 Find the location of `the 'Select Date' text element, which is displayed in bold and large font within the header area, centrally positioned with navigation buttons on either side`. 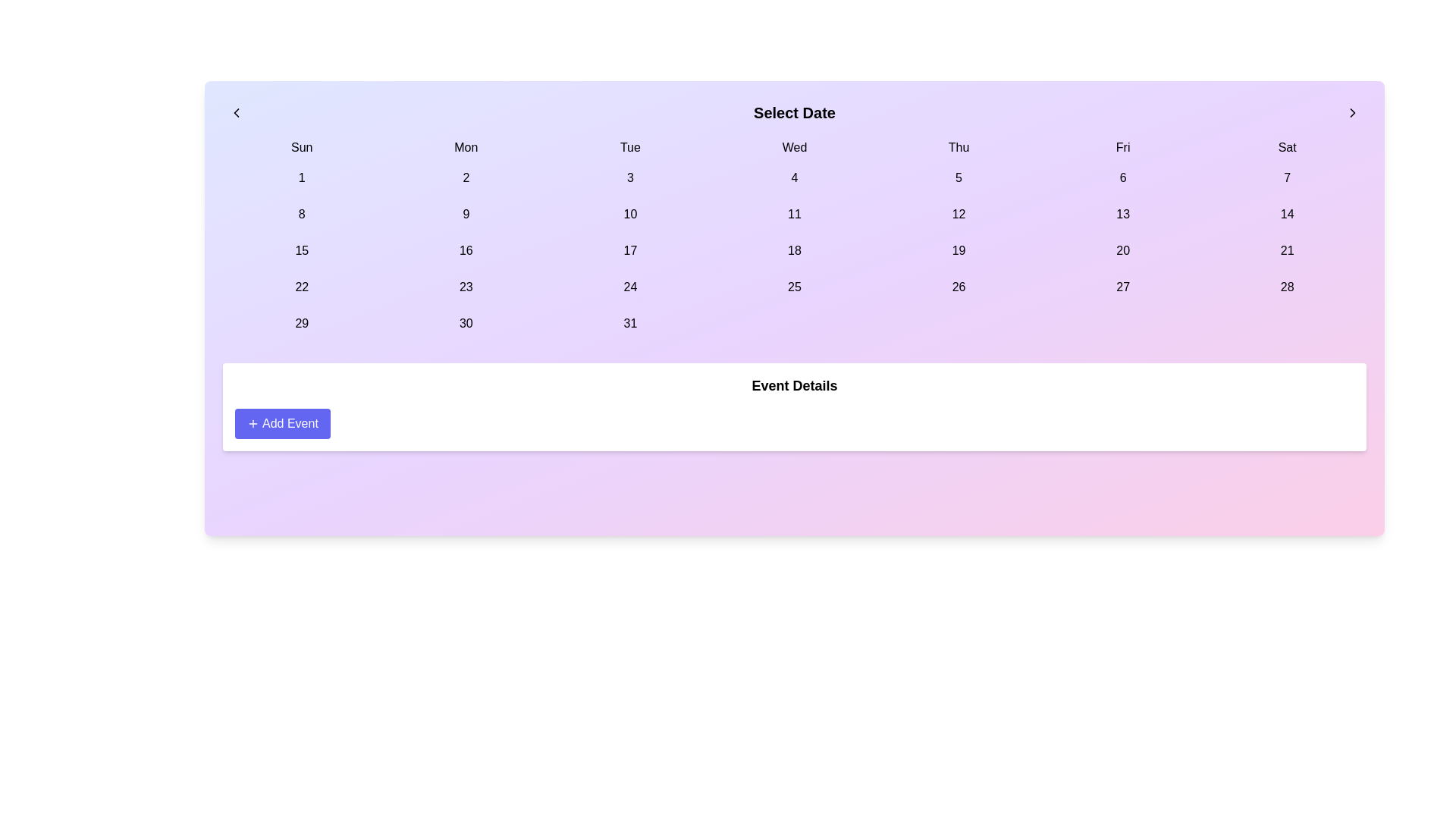

the 'Select Date' text element, which is displayed in bold and large font within the header area, centrally positioned with navigation buttons on either side is located at coordinates (793, 112).